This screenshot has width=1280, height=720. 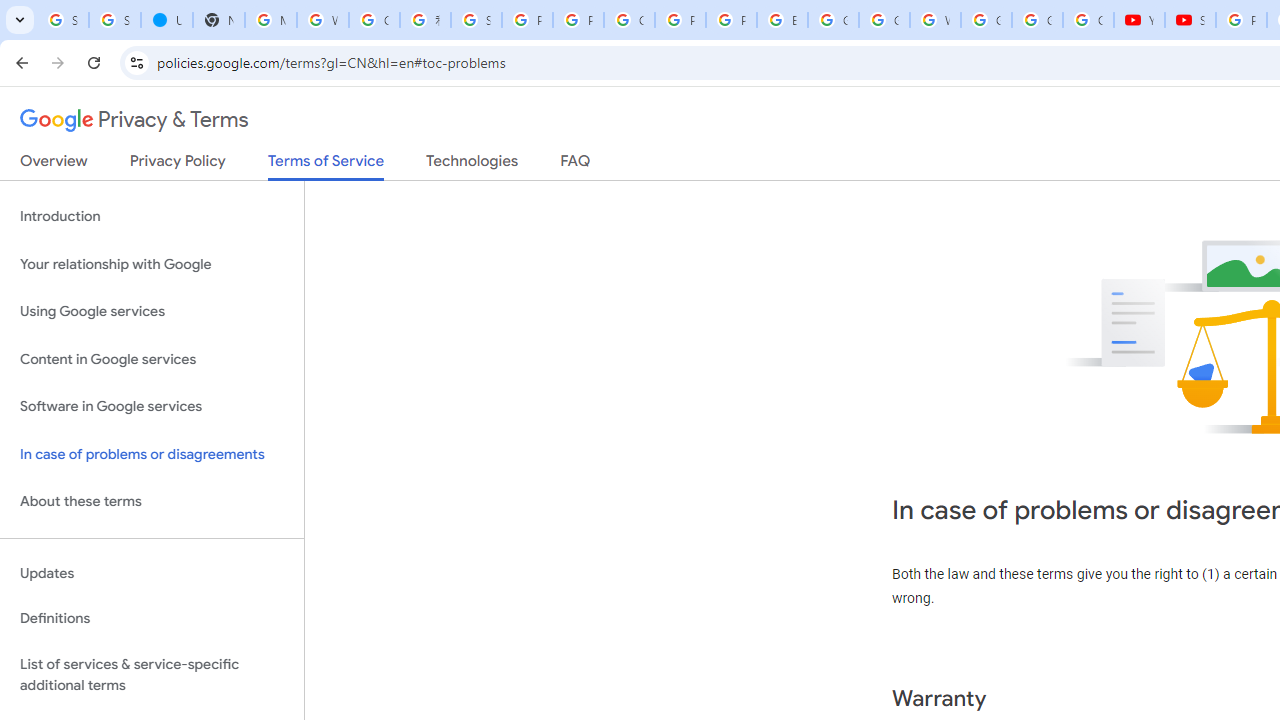 What do you see at coordinates (1038, 20) in the screenshot?
I see `'Google Account'` at bounding box center [1038, 20].